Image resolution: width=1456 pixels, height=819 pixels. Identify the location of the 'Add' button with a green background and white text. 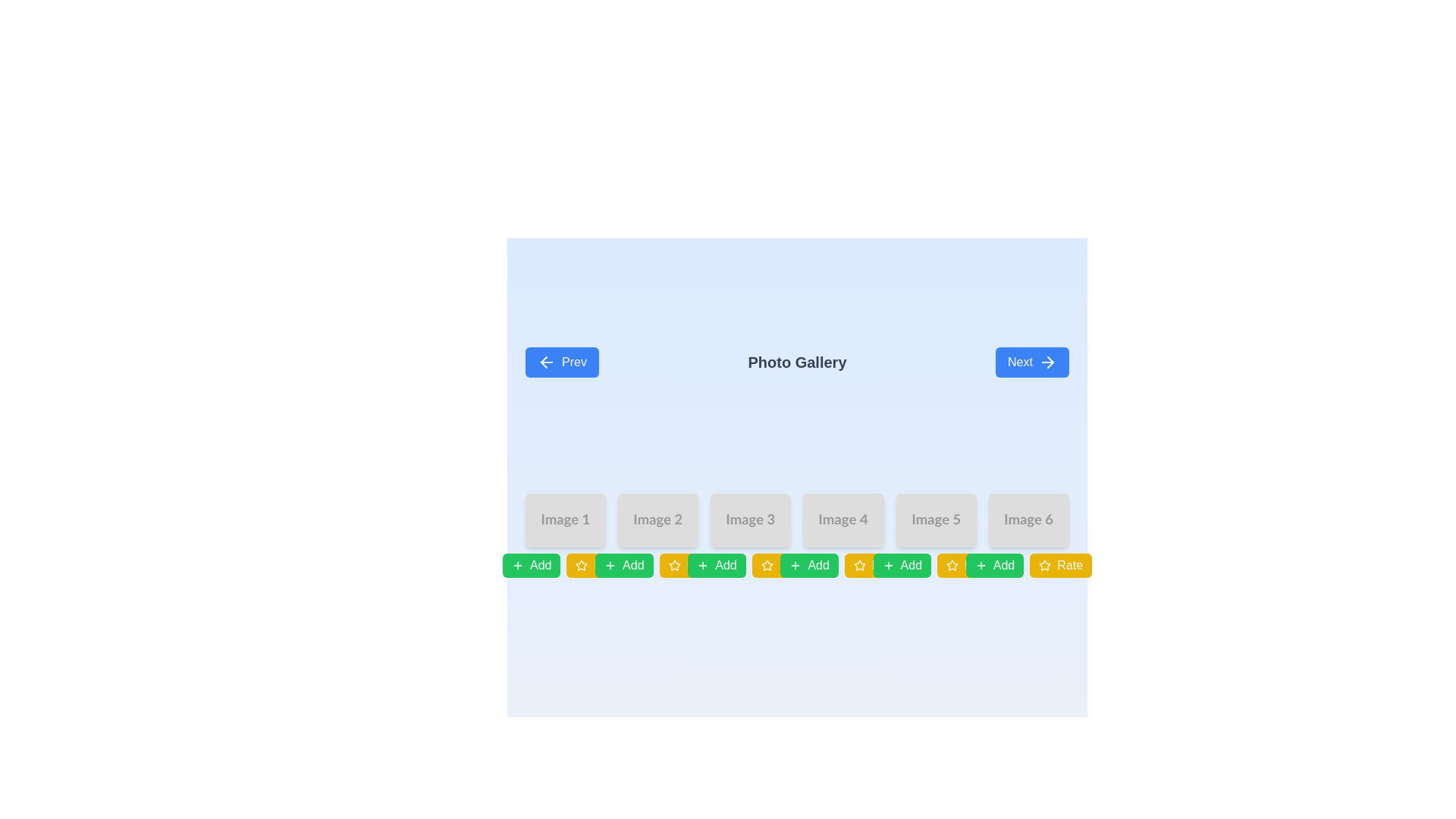
(532, 565).